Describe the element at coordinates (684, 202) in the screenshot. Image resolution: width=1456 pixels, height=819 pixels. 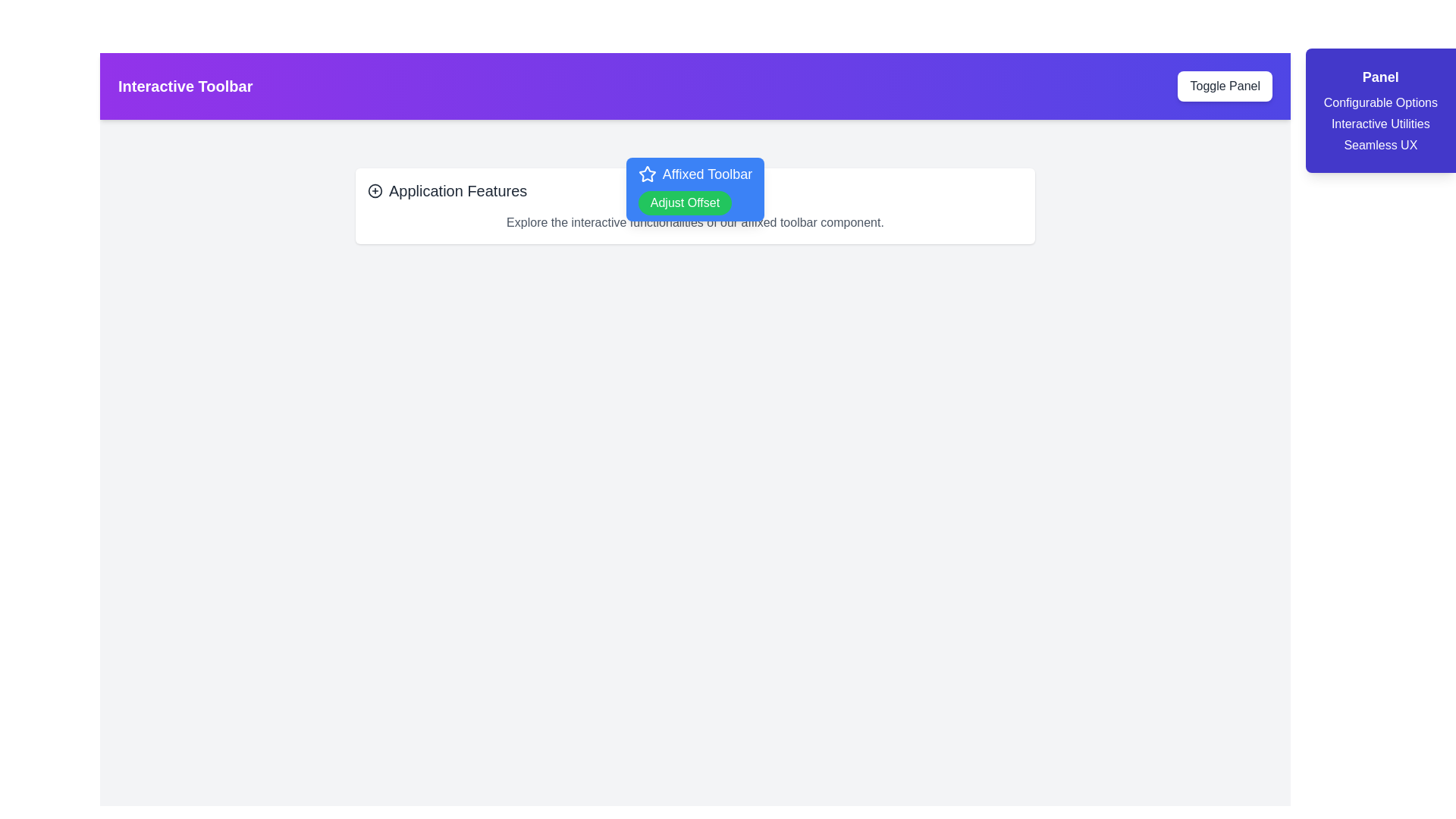
I see `the 'Adjust Offset' button with a green background located below the 'Affixed Toolbar' within the blue toolbar popup box` at that location.